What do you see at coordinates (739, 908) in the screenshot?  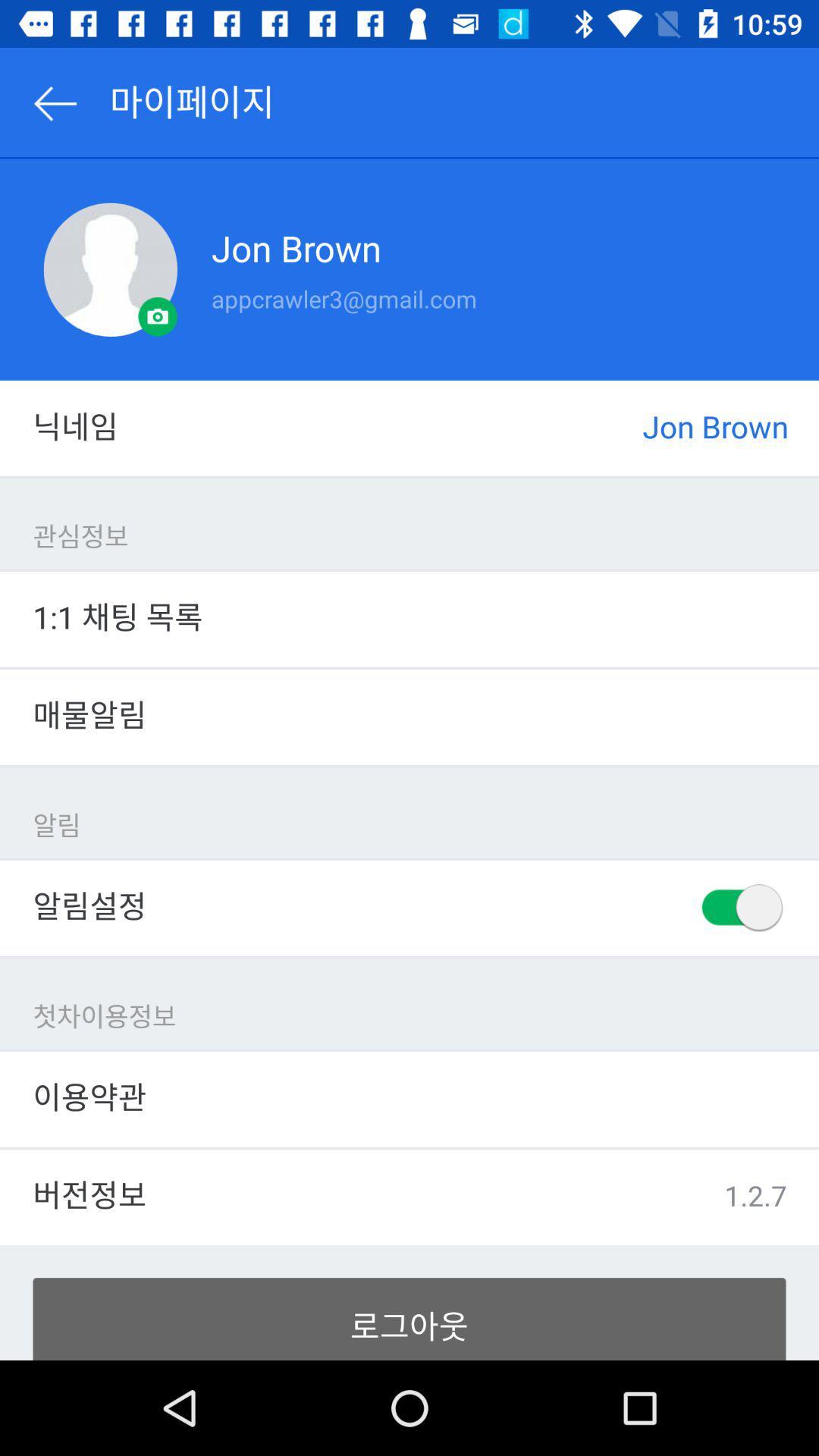 I see `the icon on the right` at bounding box center [739, 908].